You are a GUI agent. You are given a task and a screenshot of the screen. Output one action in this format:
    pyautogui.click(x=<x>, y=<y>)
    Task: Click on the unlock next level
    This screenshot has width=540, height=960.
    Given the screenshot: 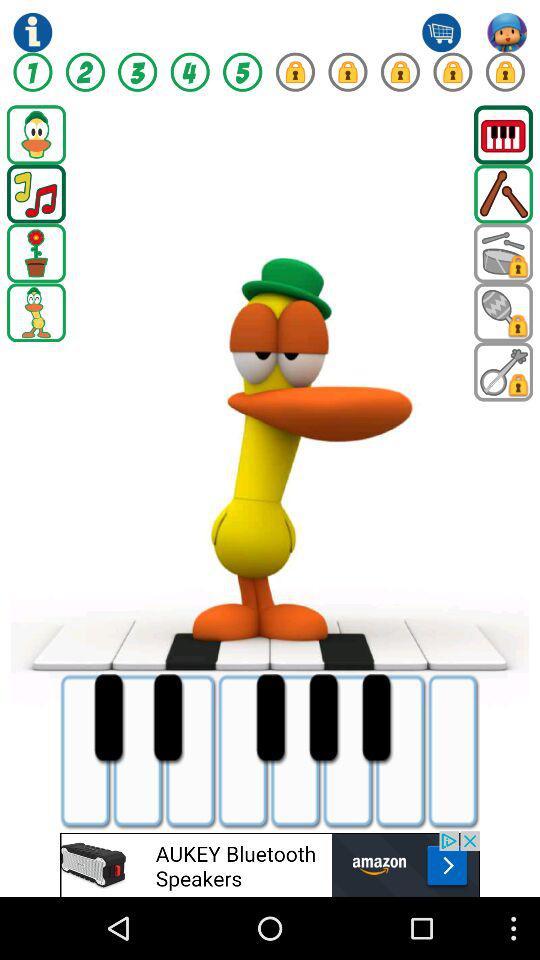 What is the action you would take?
    pyautogui.click(x=294, y=72)
    